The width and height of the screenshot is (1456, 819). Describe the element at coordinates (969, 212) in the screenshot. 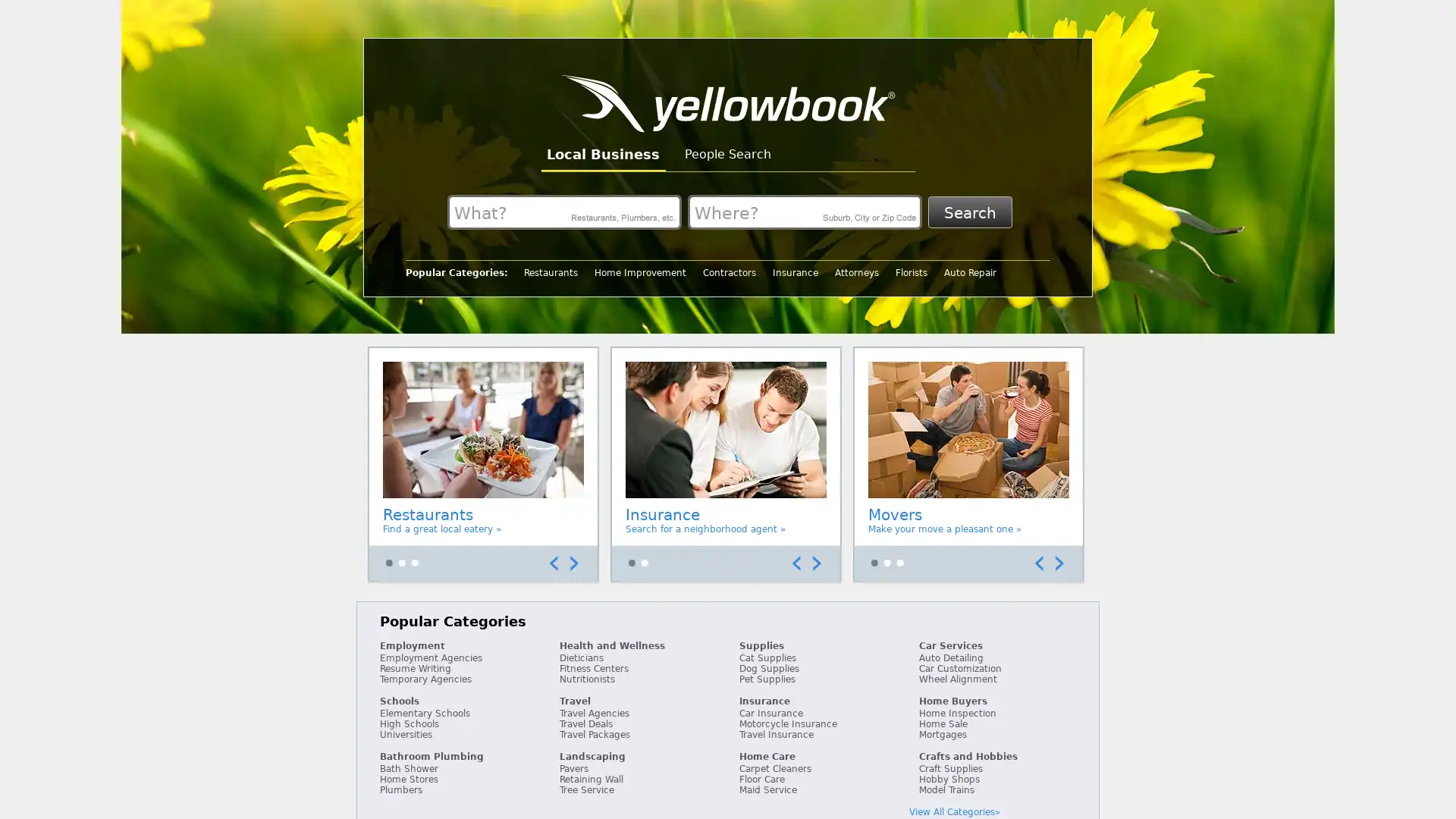

I see `Search` at that location.